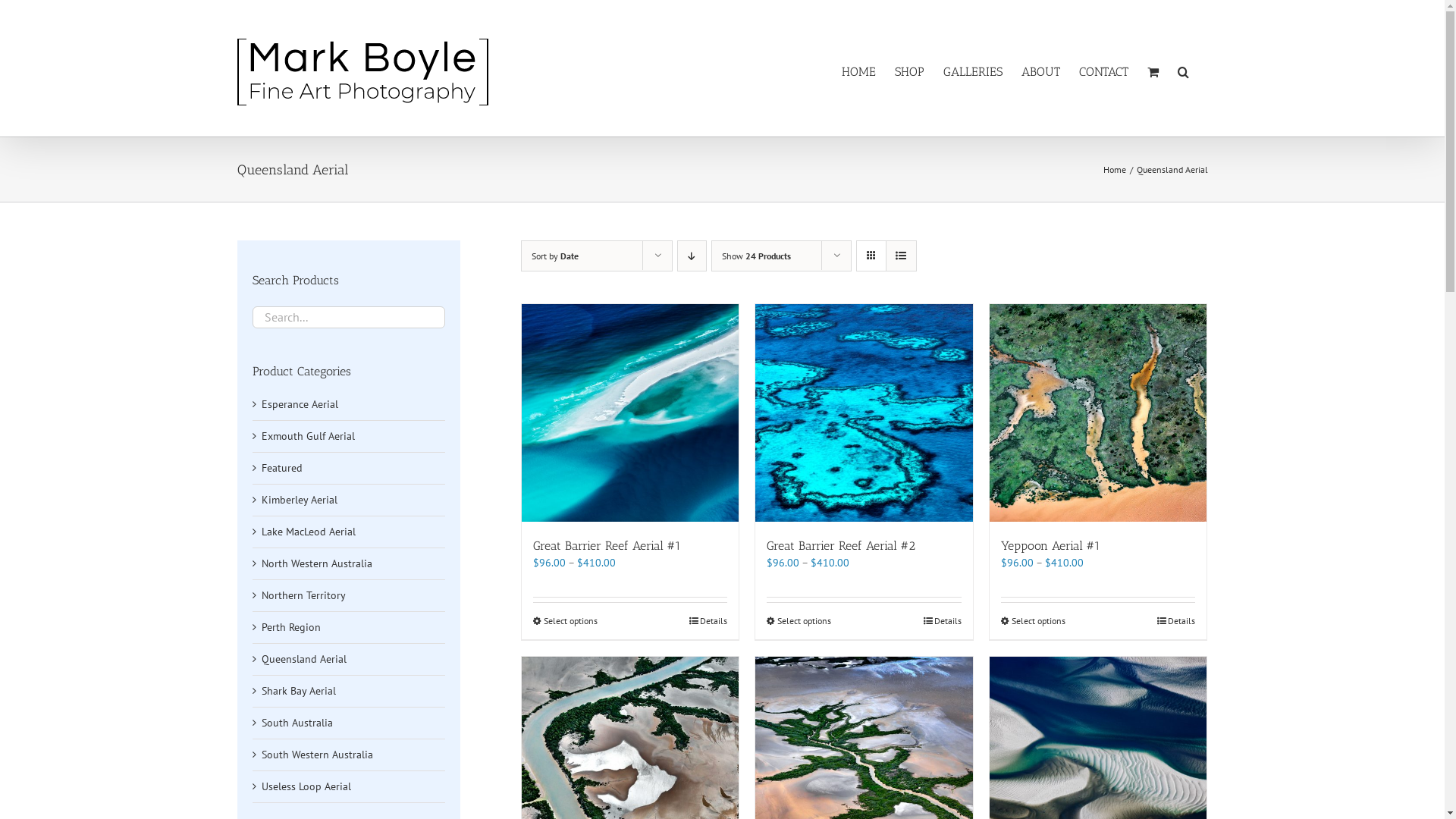 Image resolution: width=1456 pixels, height=819 pixels. I want to click on 'Esperance Aerial', so click(299, 403).